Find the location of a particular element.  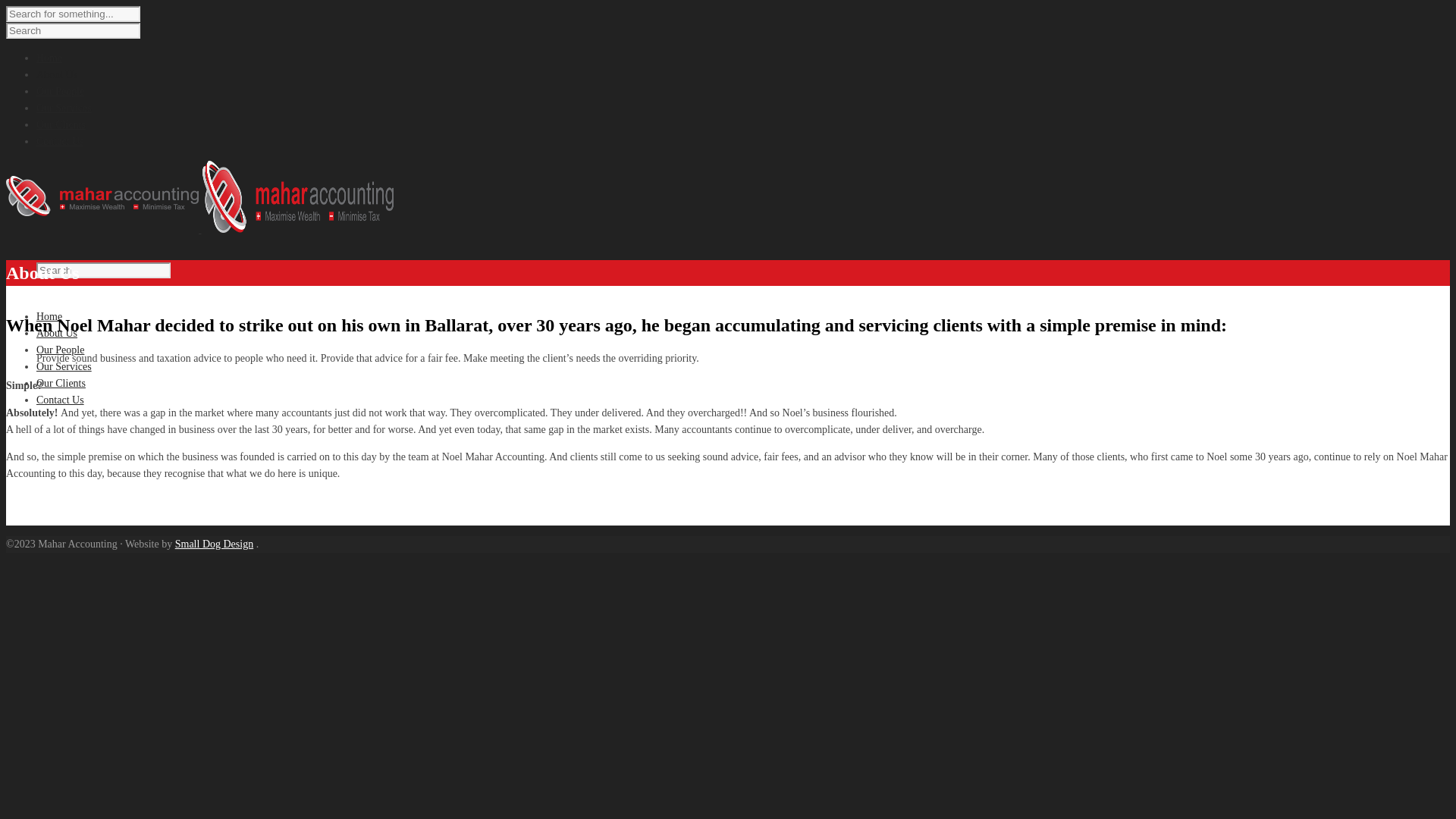

'Our People' is located at coordinates (60, 350).